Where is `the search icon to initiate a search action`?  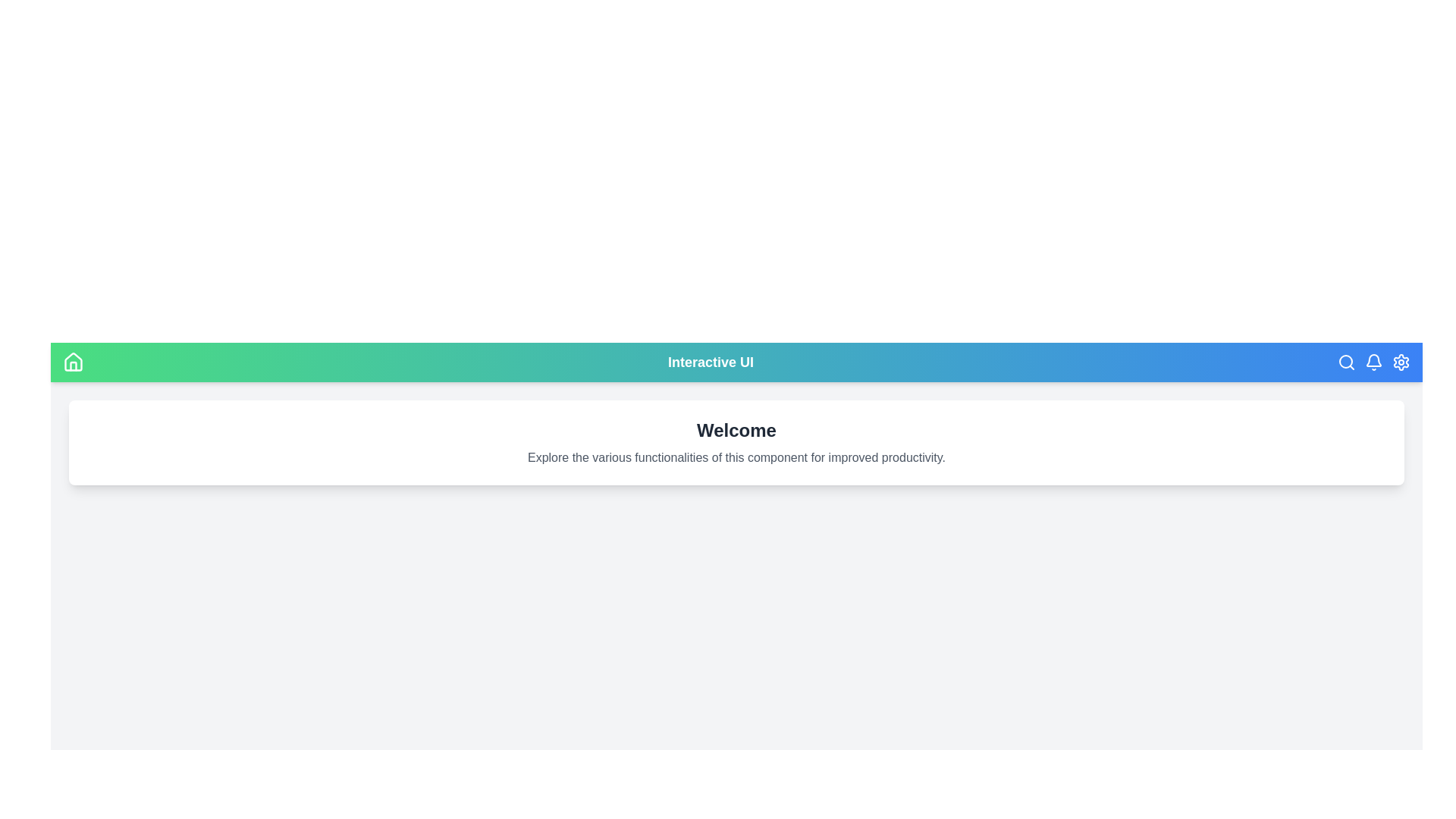
the search icon to initiate a search action is located at coordinates (1347, 362).